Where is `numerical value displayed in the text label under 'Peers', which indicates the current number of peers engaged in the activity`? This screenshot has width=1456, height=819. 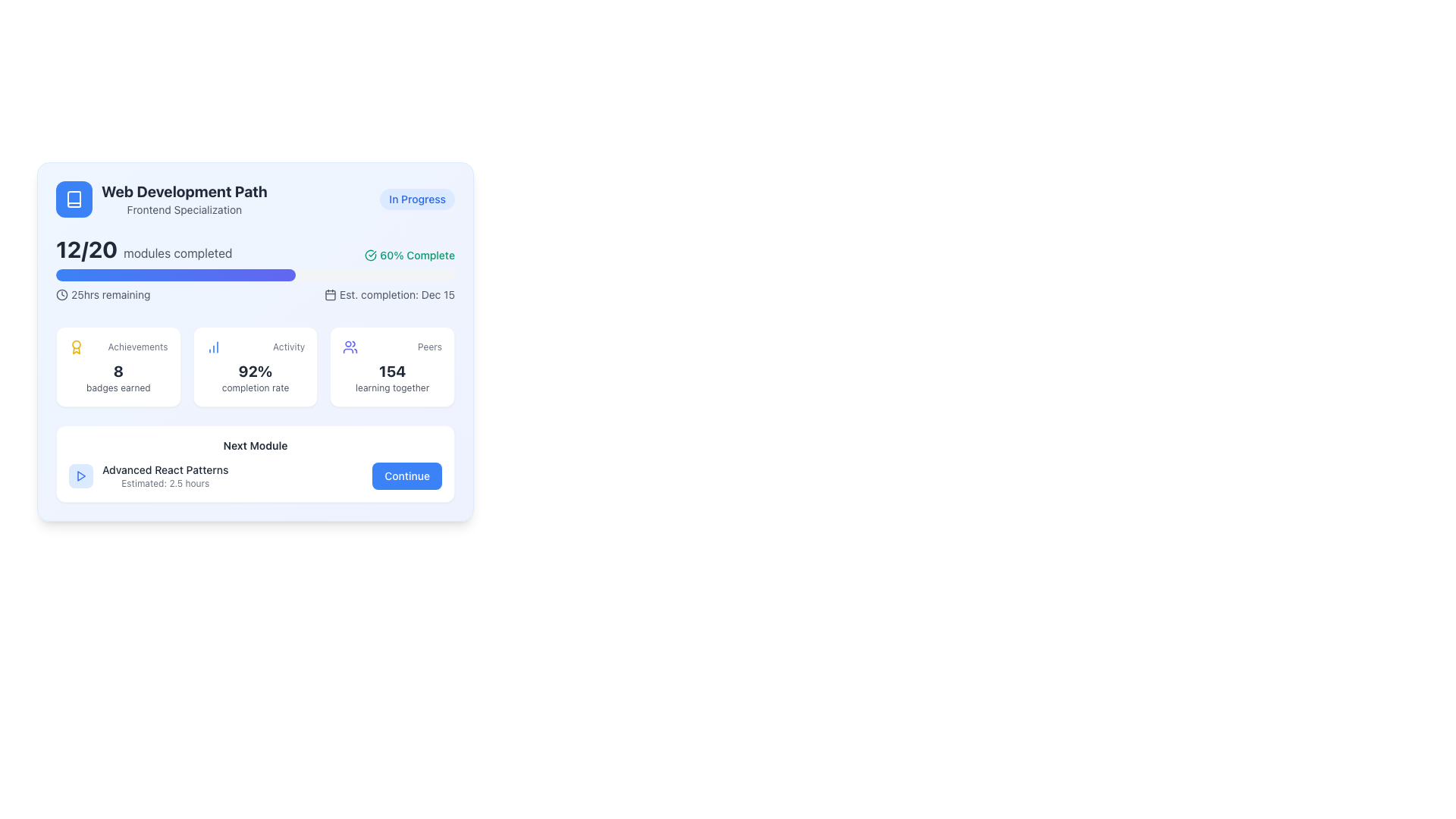 numerical value displayed in the text label under 'Peers', which indicates the current number of peers engaged in the activity is located at coordinates (392, 371).